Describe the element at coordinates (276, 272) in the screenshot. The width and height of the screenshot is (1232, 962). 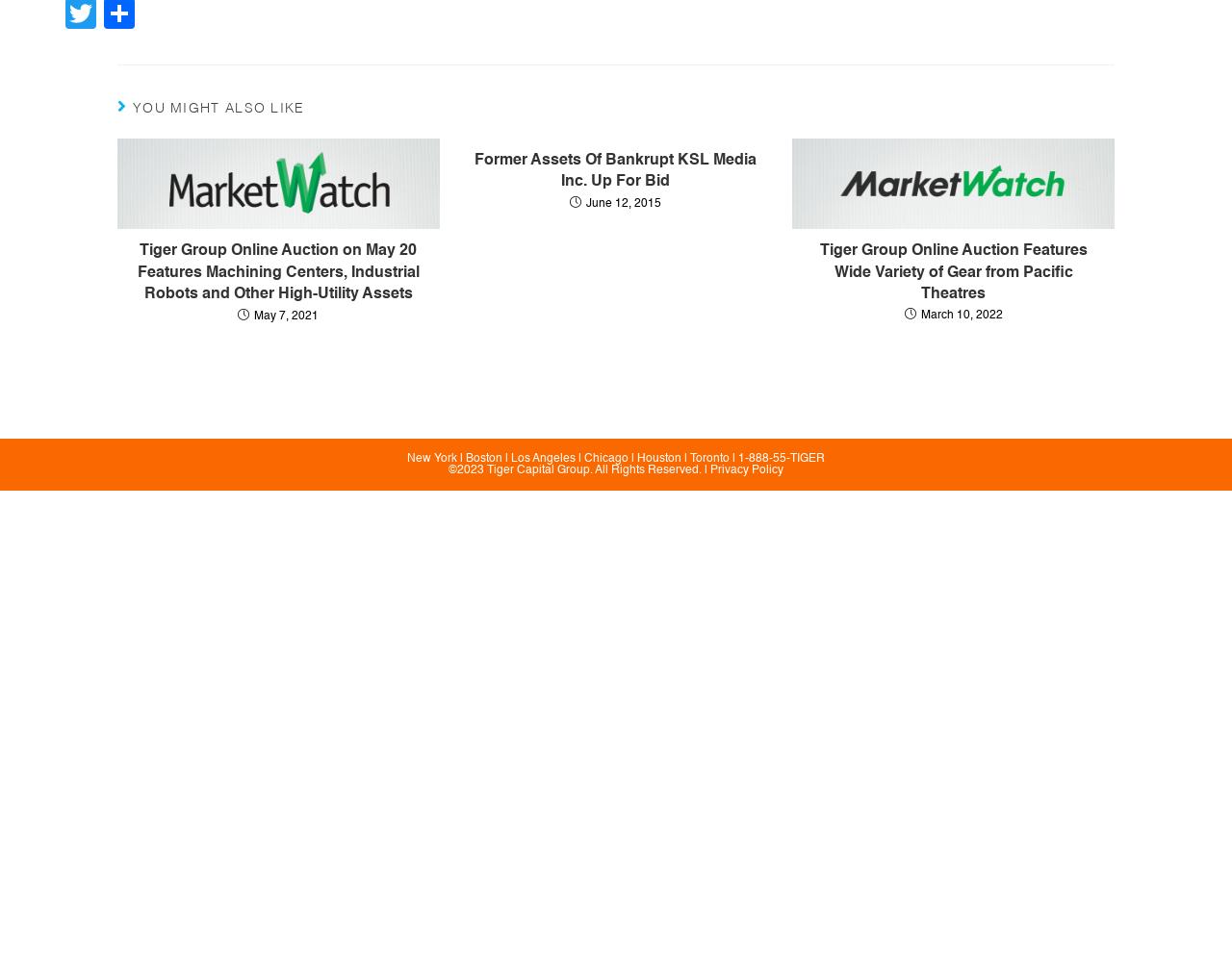
I see `'Tiger Group Online Auction on May 20 Features Machining Centers, Industrial Robots and Other High-Utility Assets'` at that location.